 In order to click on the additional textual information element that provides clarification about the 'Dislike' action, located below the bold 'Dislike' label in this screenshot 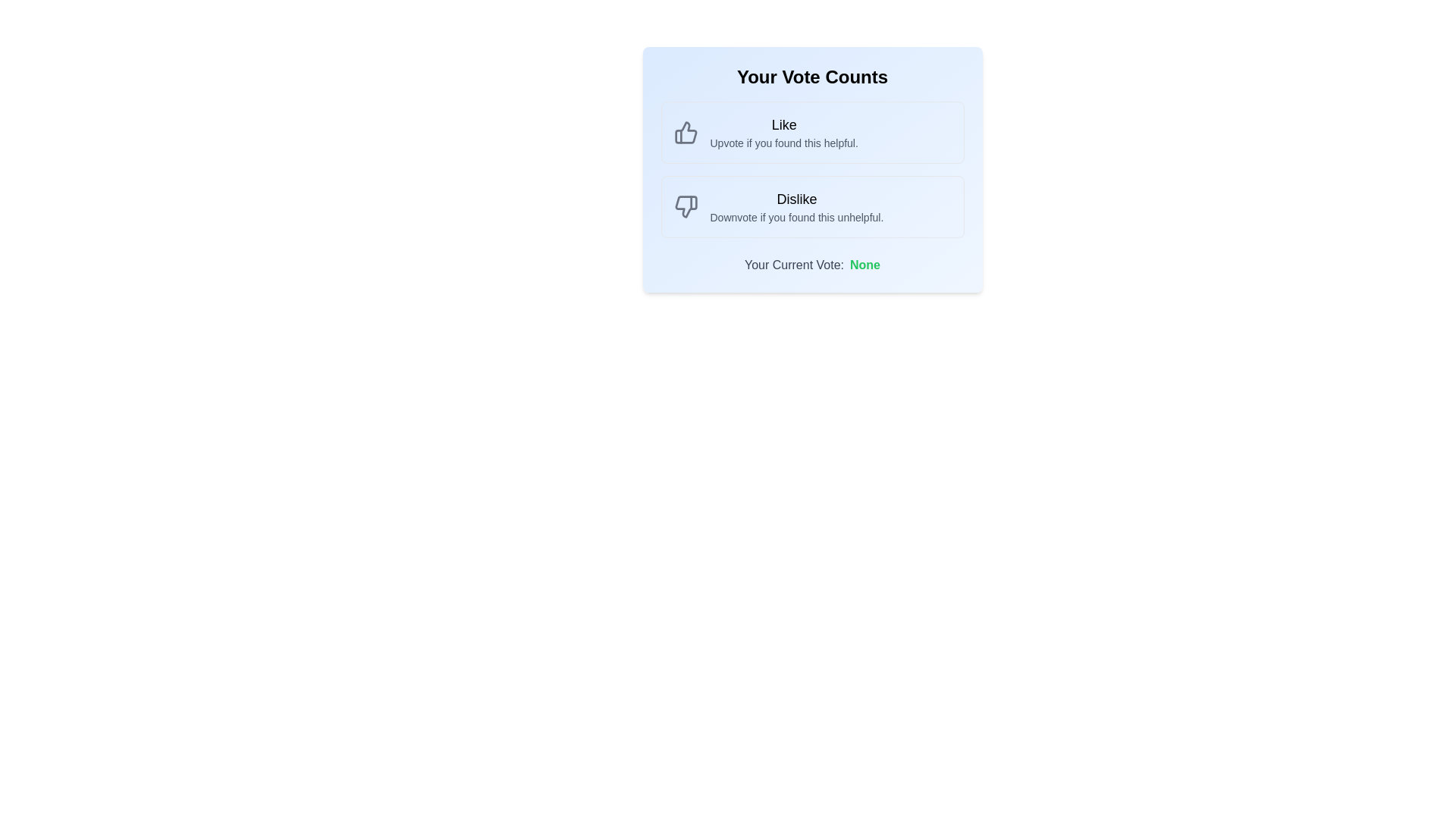, I will do `click(795, 217)`.